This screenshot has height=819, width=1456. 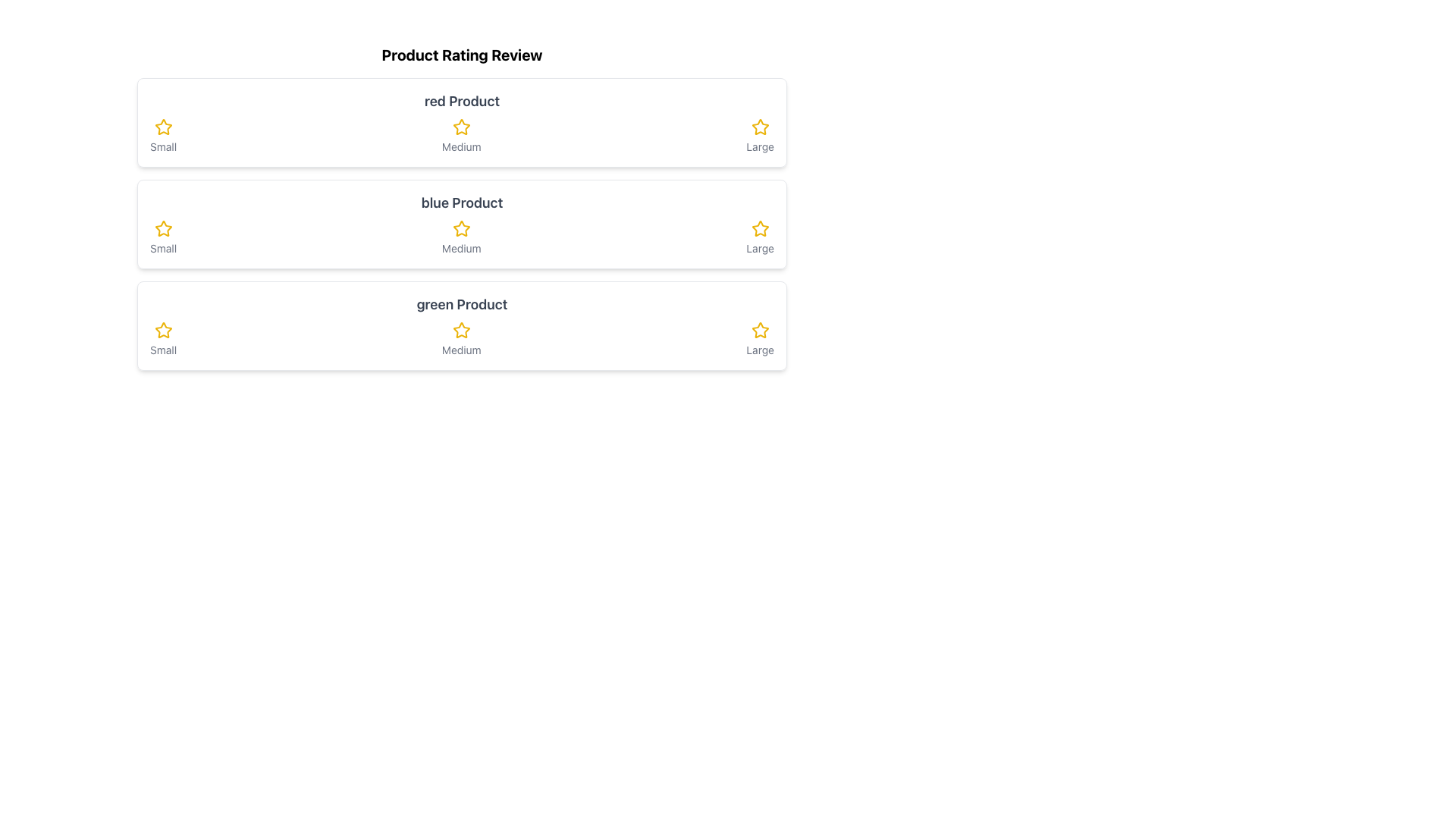 I want to click on the medium star-shaped icon for rating in the 'red Product' row, which is outlined in yellow and positioned between the 'Small' and 'Large' stars, so click(x=460, y=127).